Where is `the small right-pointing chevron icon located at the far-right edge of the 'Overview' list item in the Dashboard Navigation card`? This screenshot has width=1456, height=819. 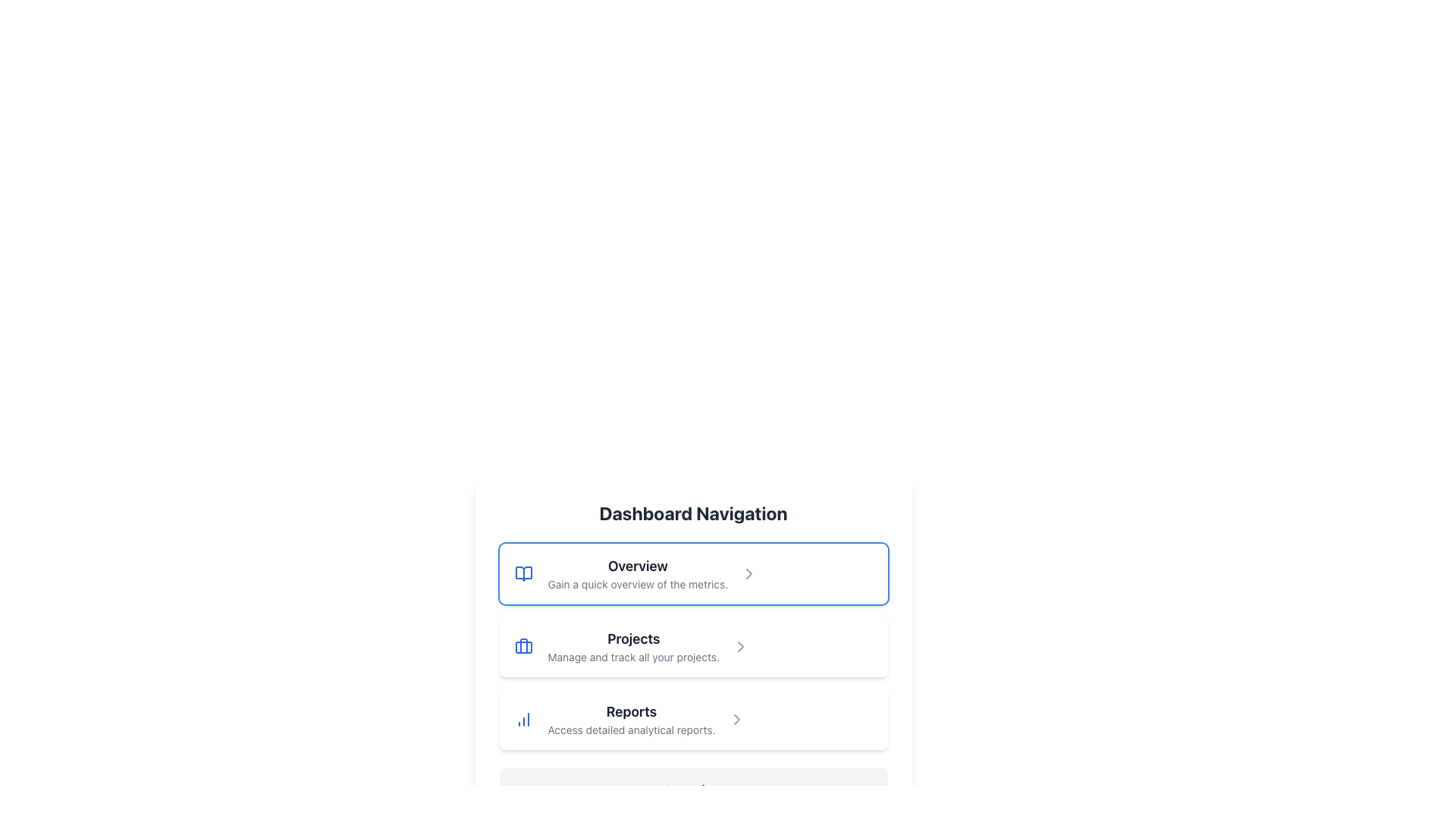
the small right-pointing chevron icon located at the far-right edge of the 'Overview' list item in the Dashboard Navigation card is located at coordinates (749, 573).